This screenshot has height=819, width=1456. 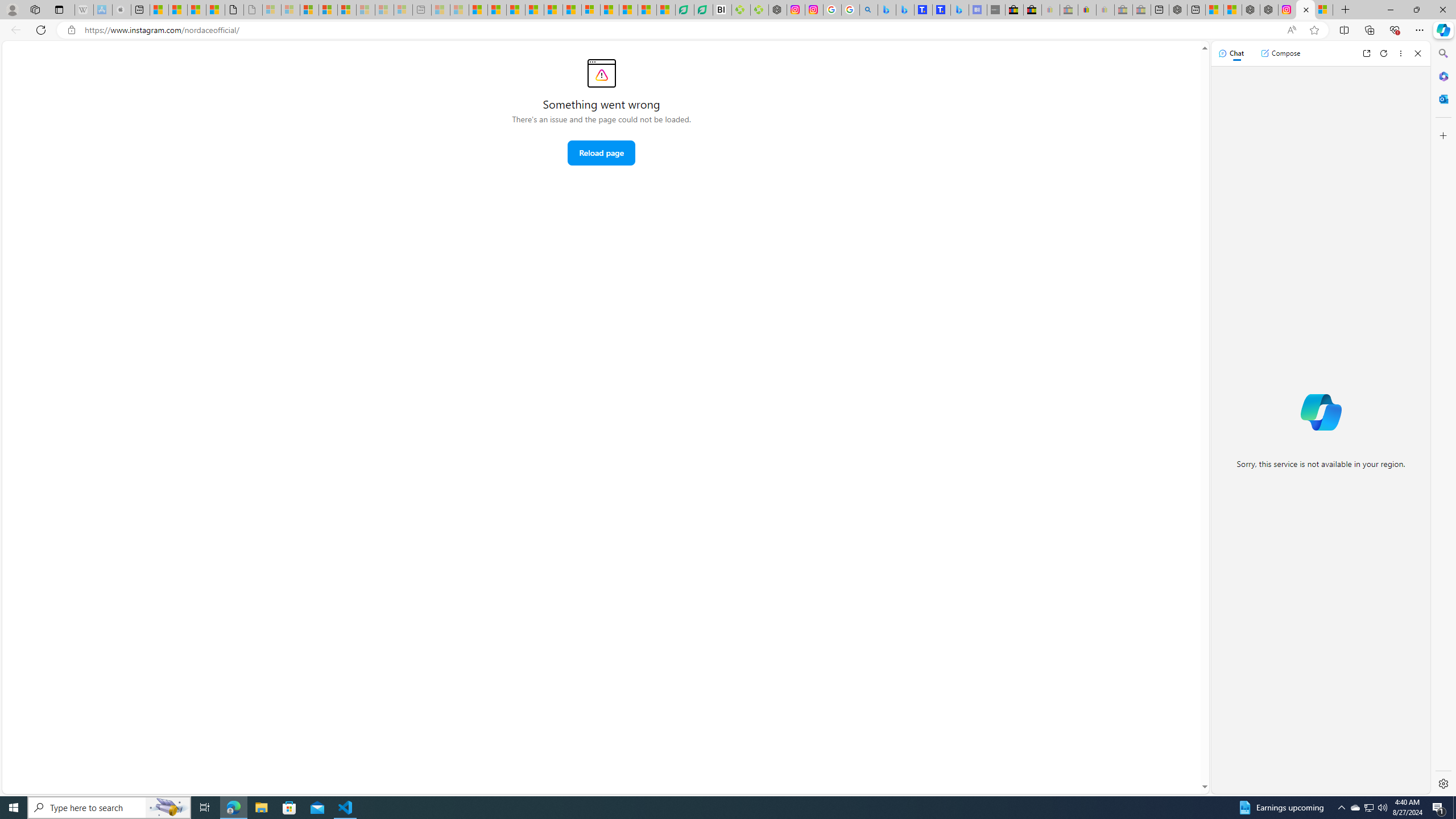 I want to click on 'Shangri-La Bangkok, Hotel reviews and Room rates', so click(x=941, y=9).